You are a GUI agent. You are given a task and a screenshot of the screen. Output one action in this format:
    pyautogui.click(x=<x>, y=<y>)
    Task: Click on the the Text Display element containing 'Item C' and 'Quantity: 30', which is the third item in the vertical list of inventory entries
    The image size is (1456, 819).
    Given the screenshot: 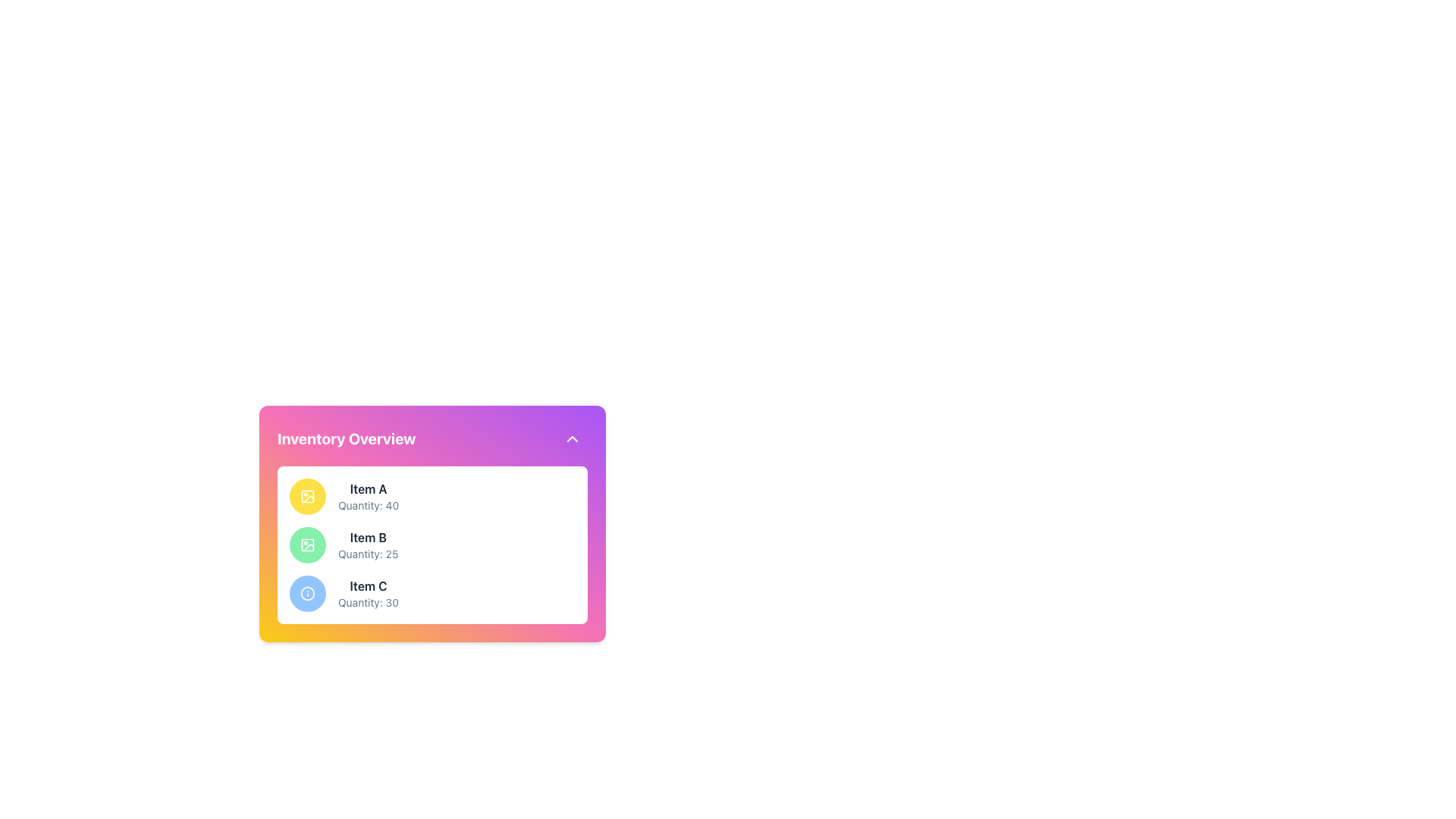 What is the action you would take?
    pyautogui.click(x=368, y=593)
    